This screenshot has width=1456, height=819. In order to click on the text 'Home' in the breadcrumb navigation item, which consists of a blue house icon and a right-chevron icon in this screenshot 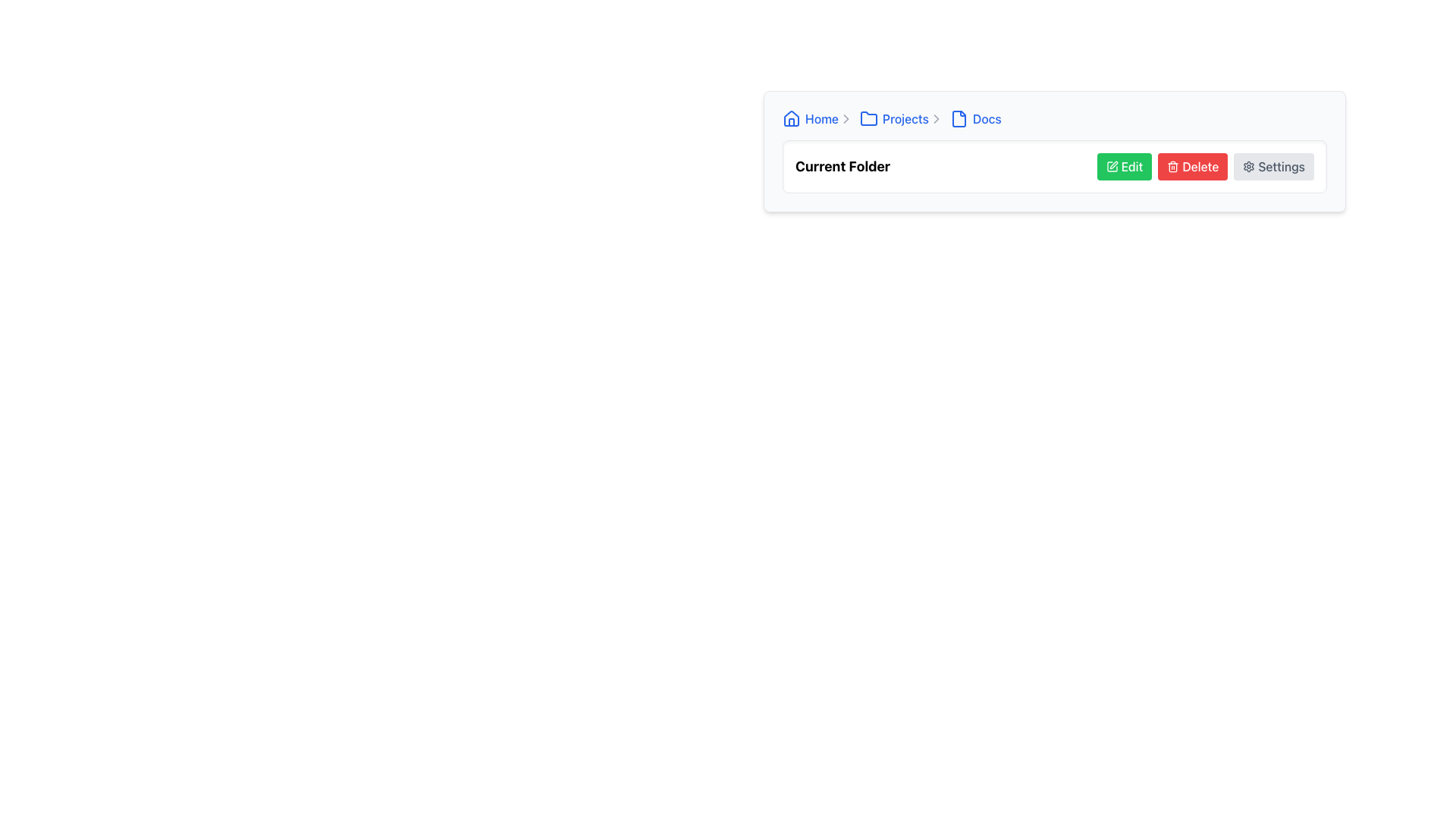, I will do `click(817, 118)`.